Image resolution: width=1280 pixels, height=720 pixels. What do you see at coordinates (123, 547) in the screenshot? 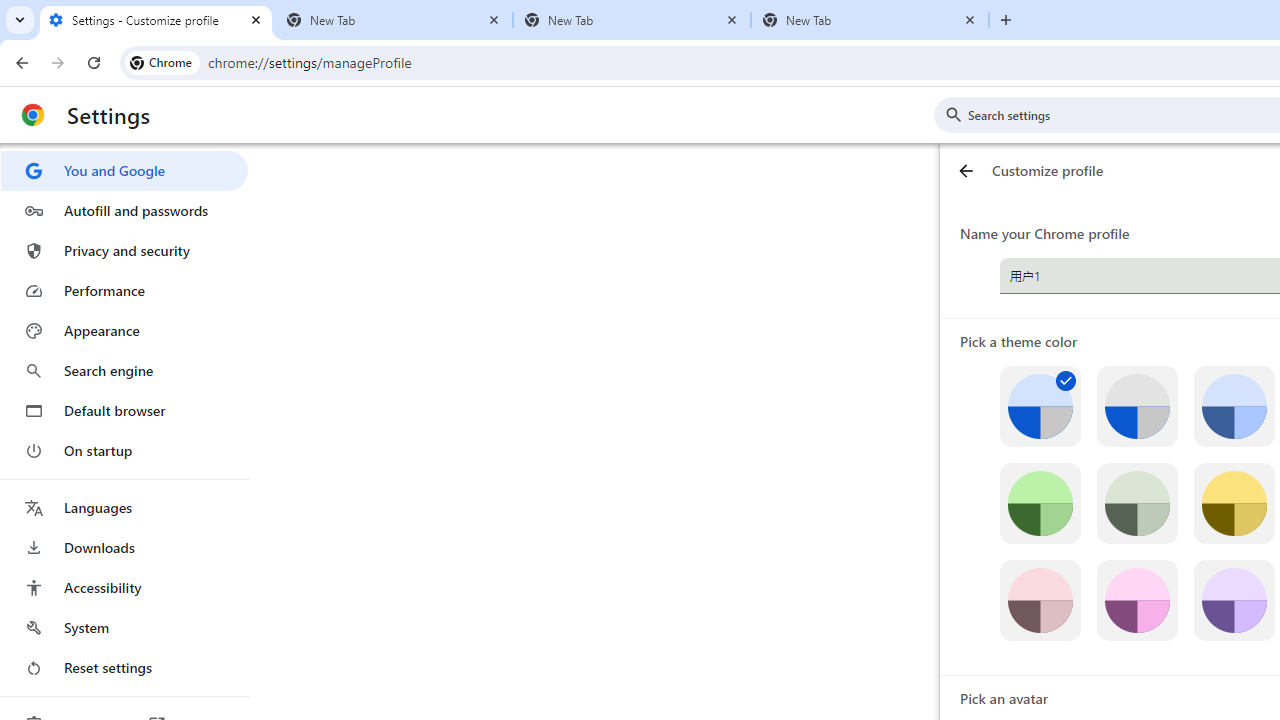
I see `'Downloads'` at bounding box center [123, 547].